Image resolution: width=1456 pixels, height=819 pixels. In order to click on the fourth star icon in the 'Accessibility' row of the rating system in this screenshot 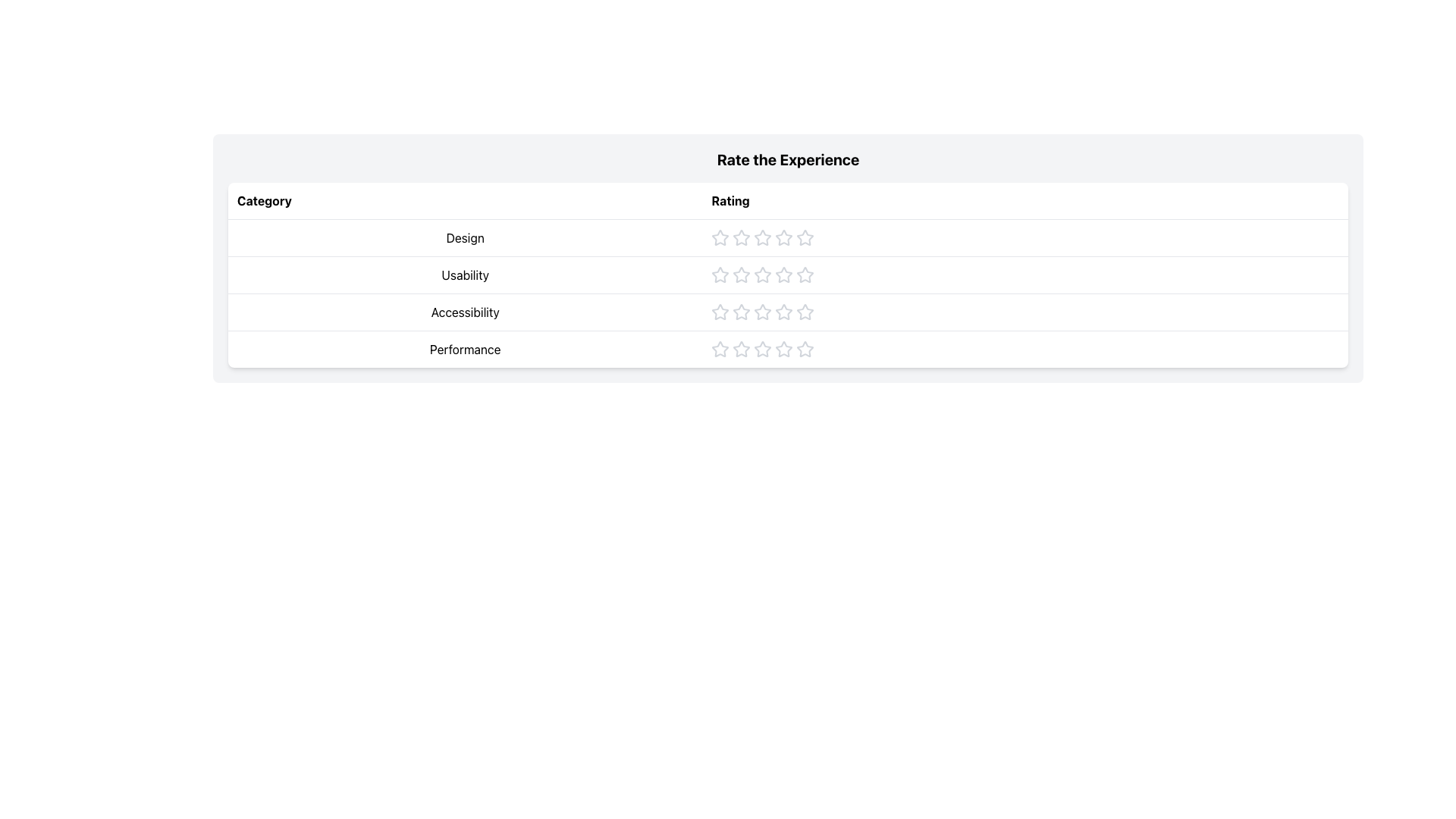, I will do `click(784, 311)`.